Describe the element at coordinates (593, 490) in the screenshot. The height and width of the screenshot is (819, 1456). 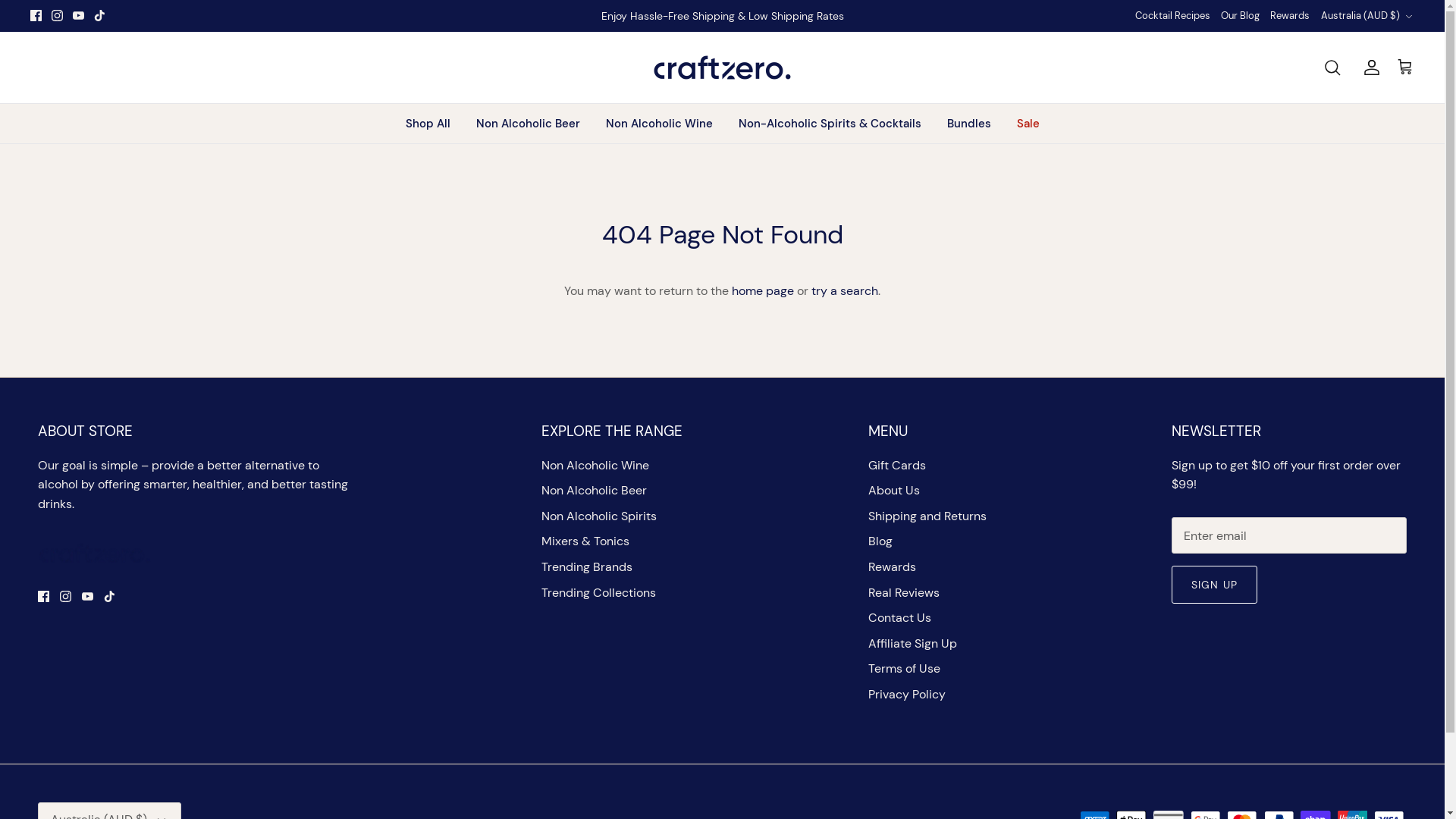
I see `'Non Alcoholic Beer'` at that location.